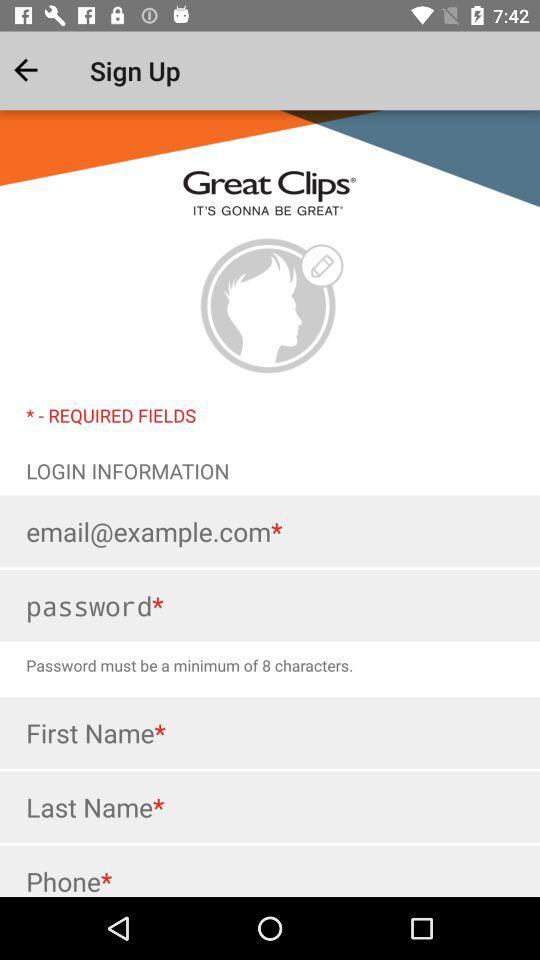 Image resolution: width=540 pixels, height=960 pixels. Describe the element at coordinates (270, 807) in the screenshot. I see `field for last name` at that location.